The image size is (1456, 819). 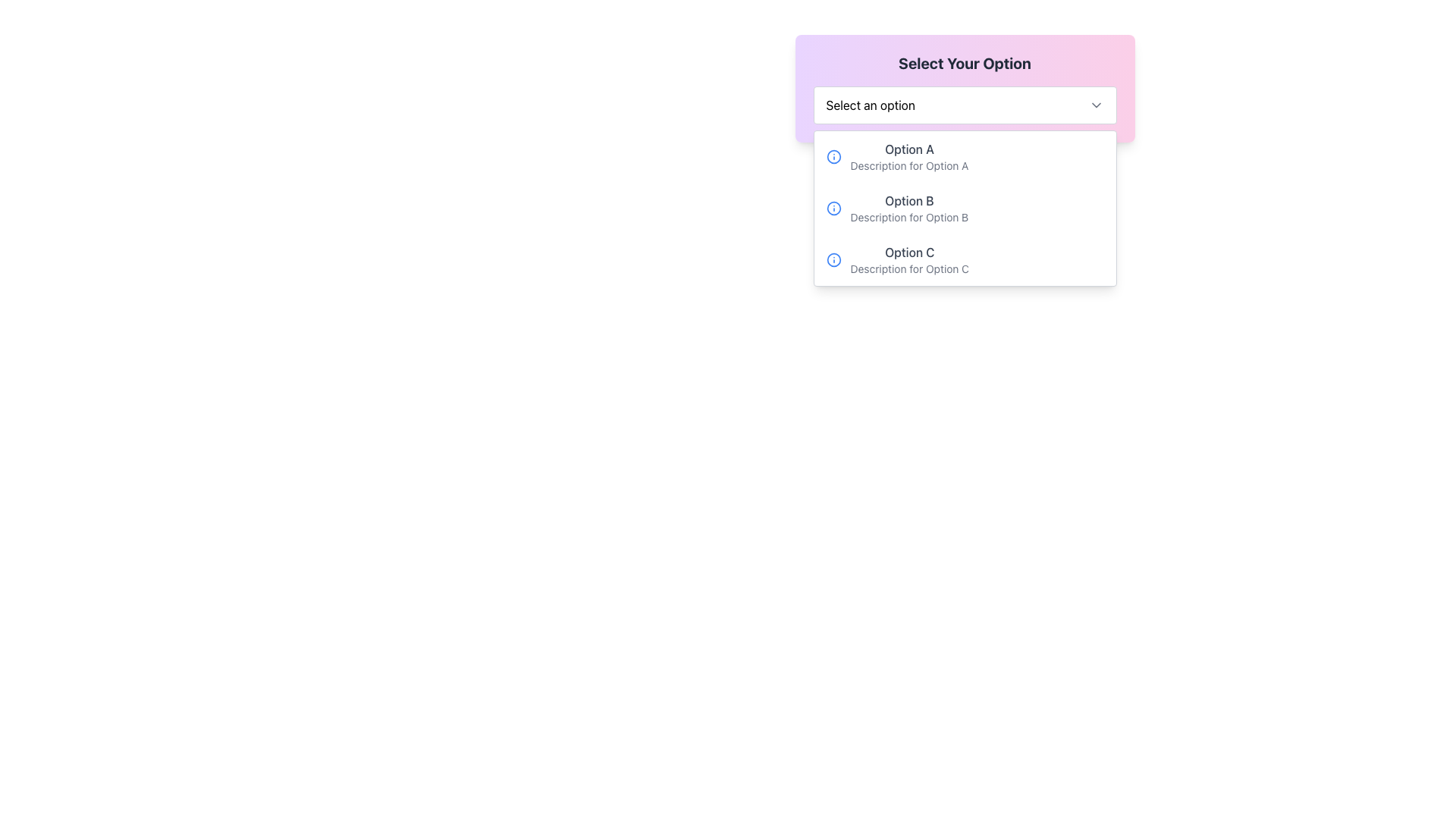 What do you see at coordinates (909, 217) in the screenshot?
I see `the text label that reads 'Description for Option B', which is situated directly below 'Option B' in a dropdown selection list` at bounding box center [909, 217].